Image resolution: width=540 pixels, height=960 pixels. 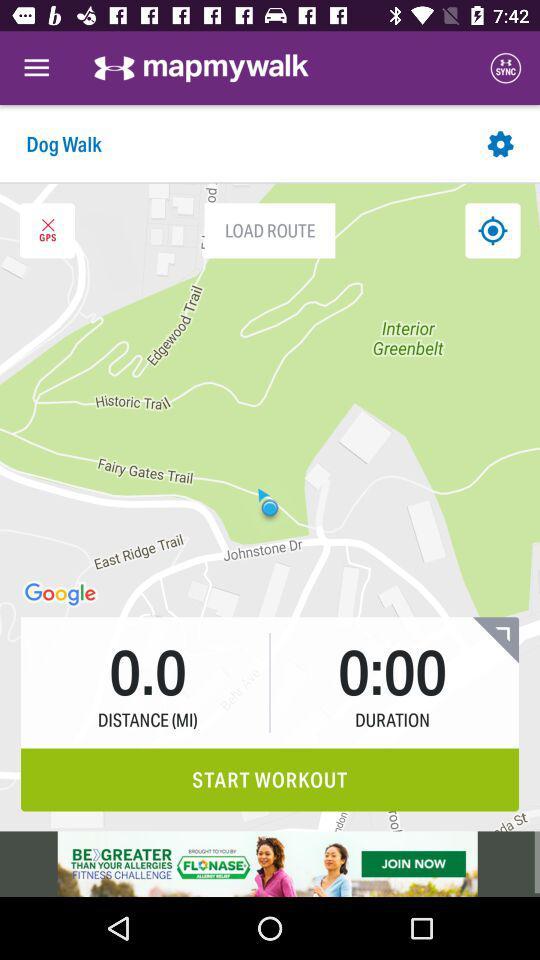 What do you see at coordinates (47, 230) in the screenshot?
I see `open gps` at bounding box center [47, 230].